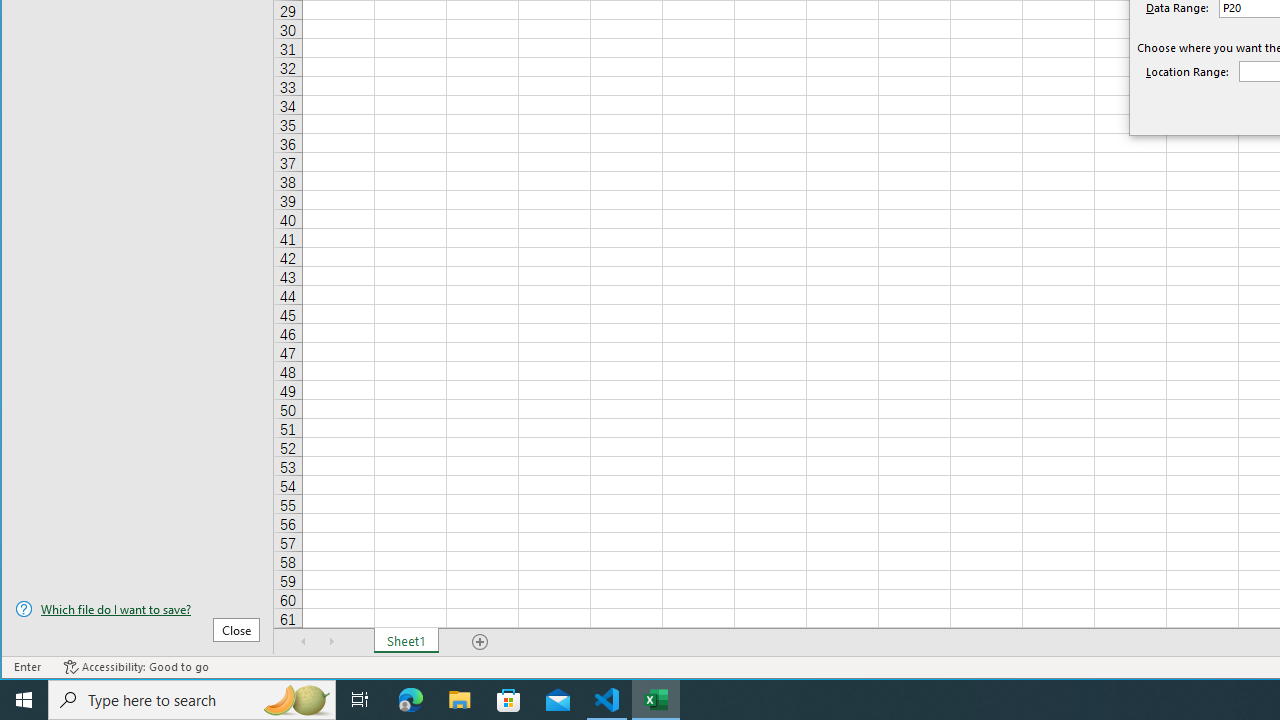 This screenshot has width=1280, height=720. Describe the element at coordinates (303, 641) in the screenshot. I see `'Scroll Left'` at that location.